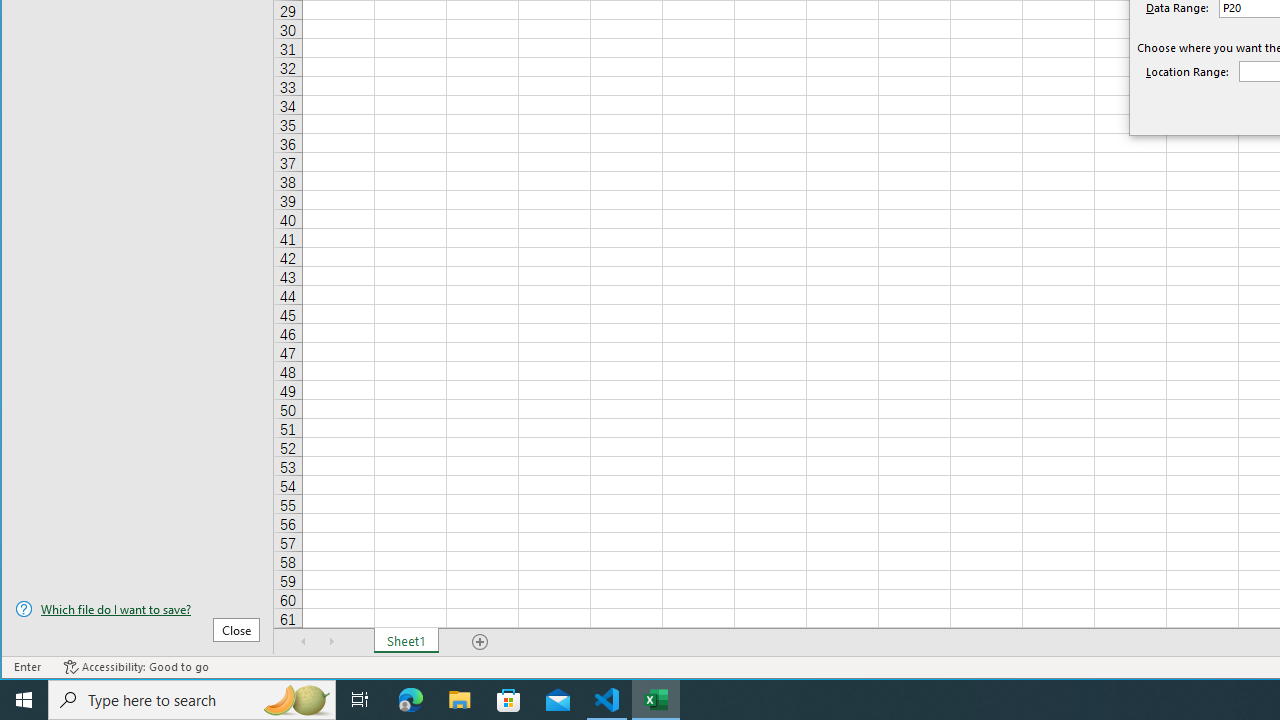 This screenshot has width=1280, height=720. Describe the element at coordinates (303, 641) in the screenshot. I see `'Scroll Left'` at that location.